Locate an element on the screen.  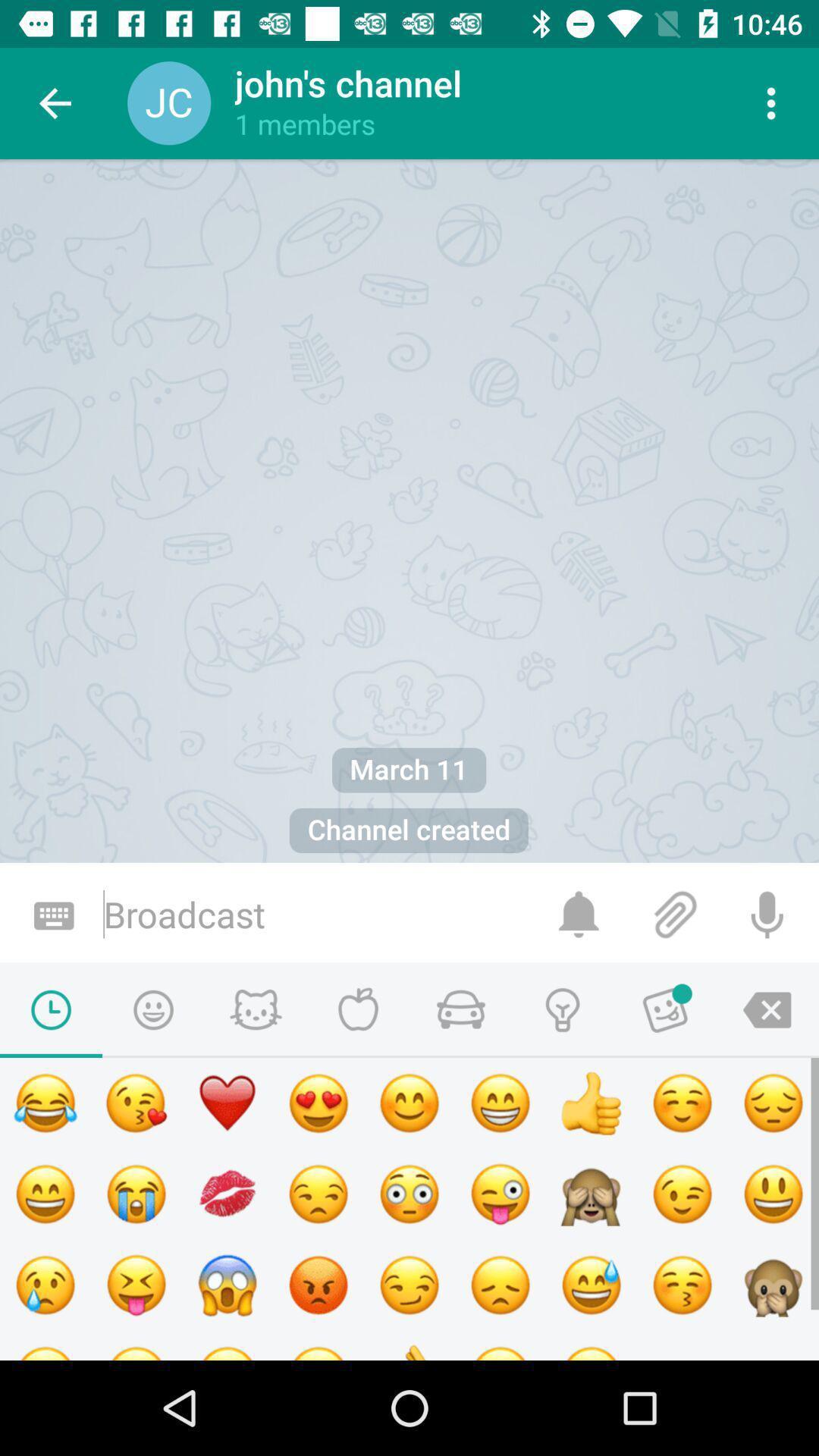
the emoji icon is located at coordinates (409, 1193).